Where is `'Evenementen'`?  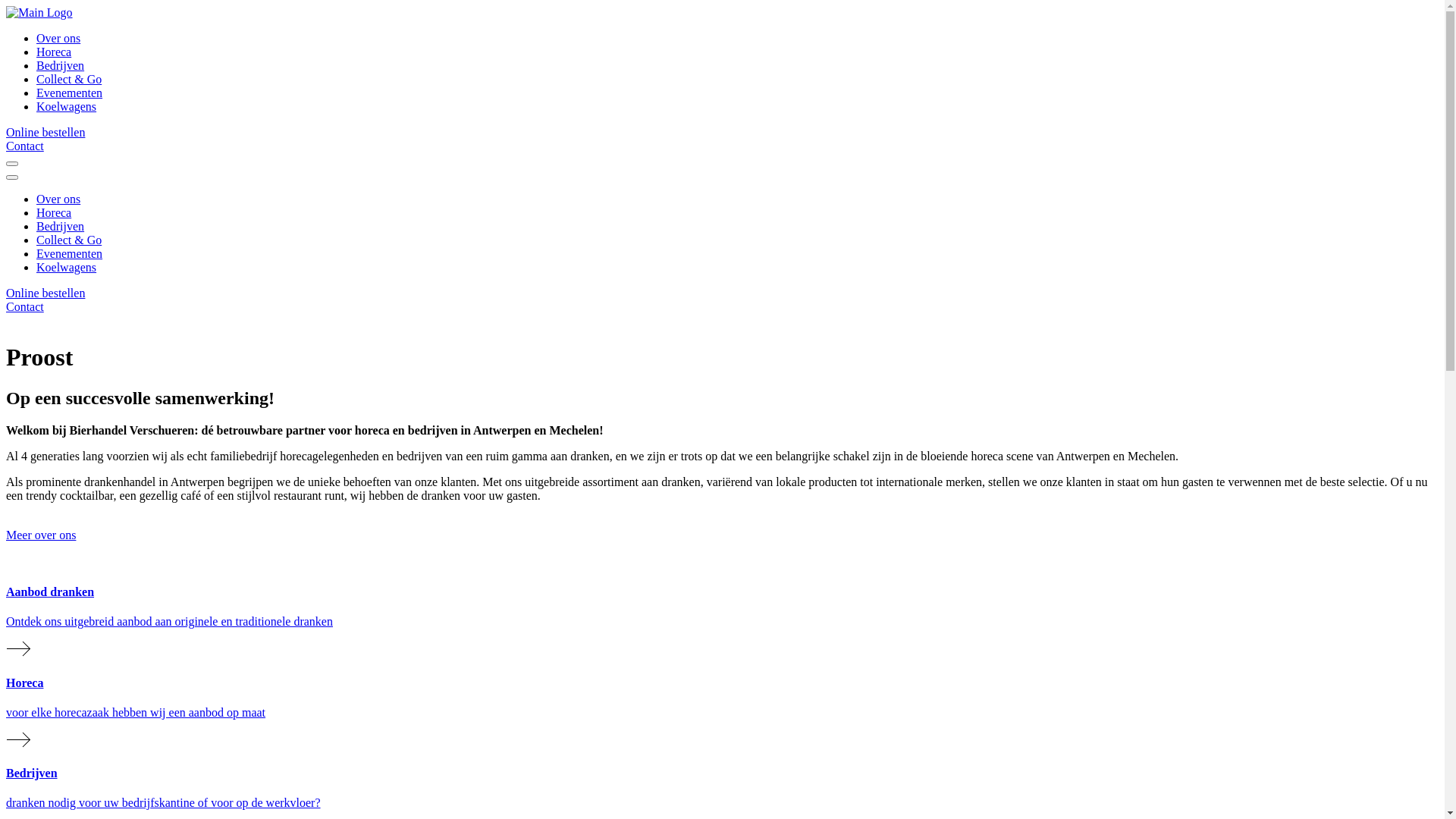 'Evenementen' is located at coordinates (68, 253).